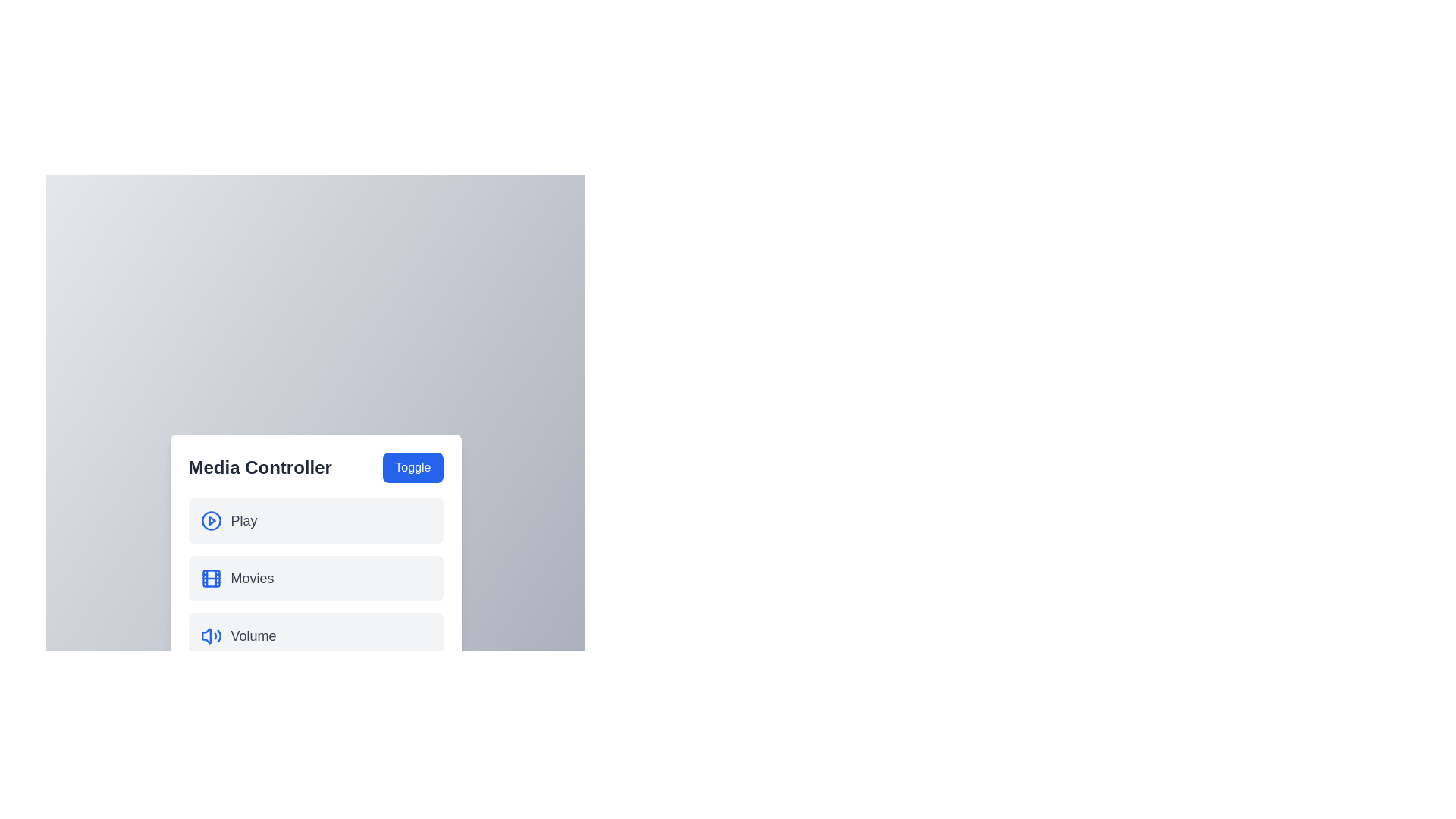  I want to click on the menu item Play, so click(315, 519).